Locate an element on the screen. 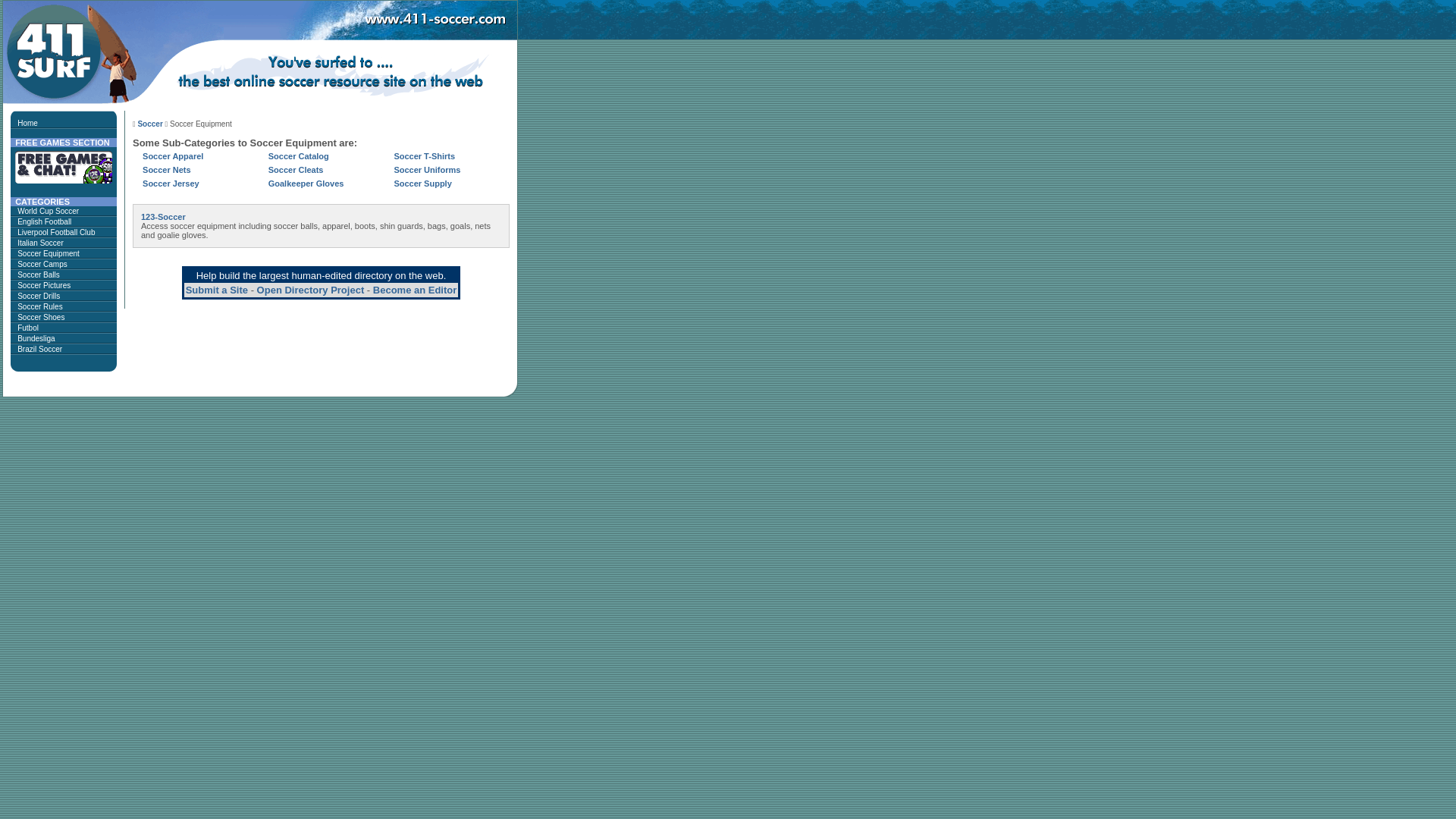 The height and width of the screenshot is (819, 1456). 'Soccer Uniforms' is located at coordinates (393, 169).